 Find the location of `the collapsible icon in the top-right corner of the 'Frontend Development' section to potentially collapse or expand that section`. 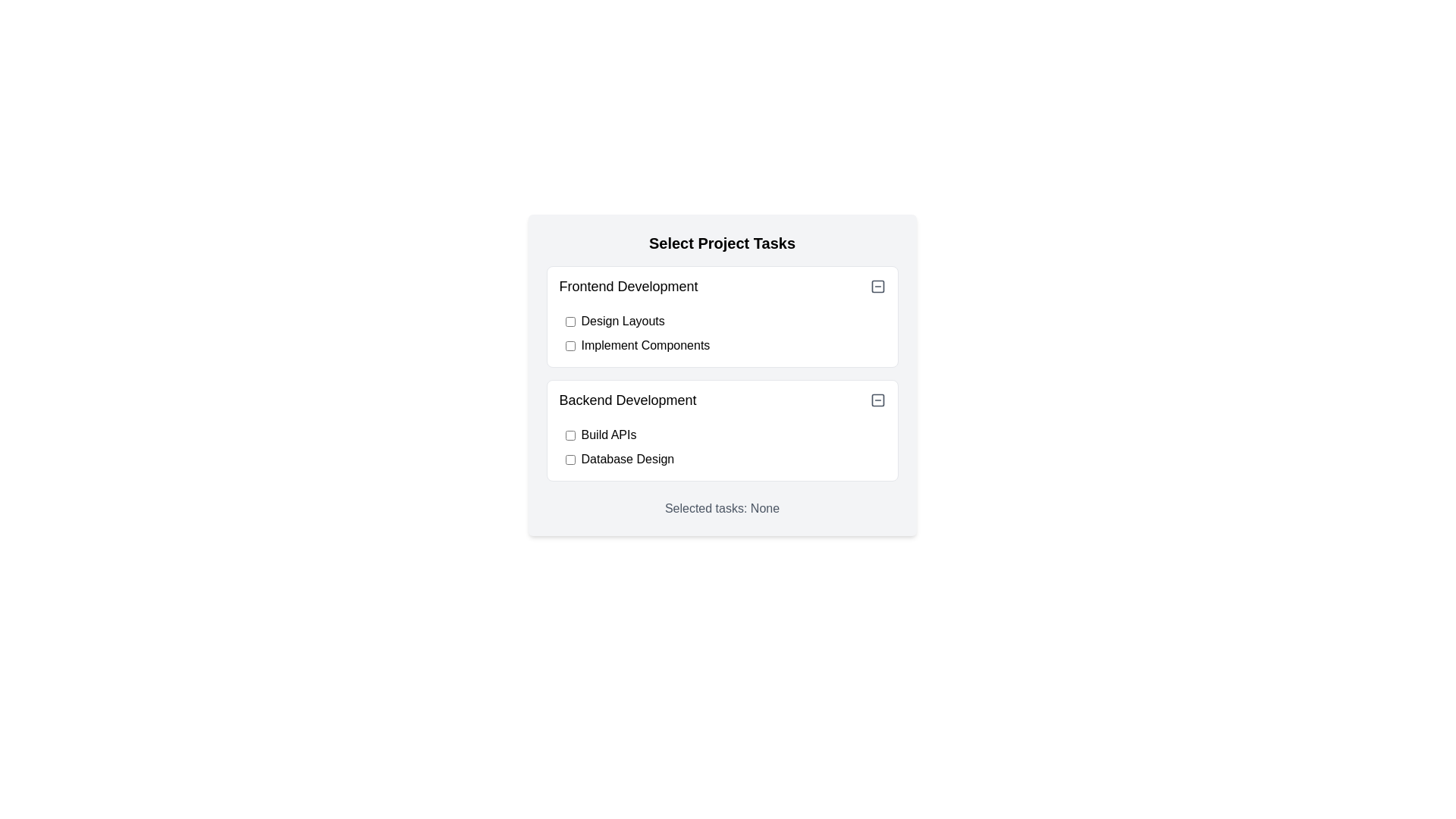

the collapsible icon in the top-right corner of the 'Frontend Development' section to potentially collapse or expand that section is located at coordinates (877, 287).